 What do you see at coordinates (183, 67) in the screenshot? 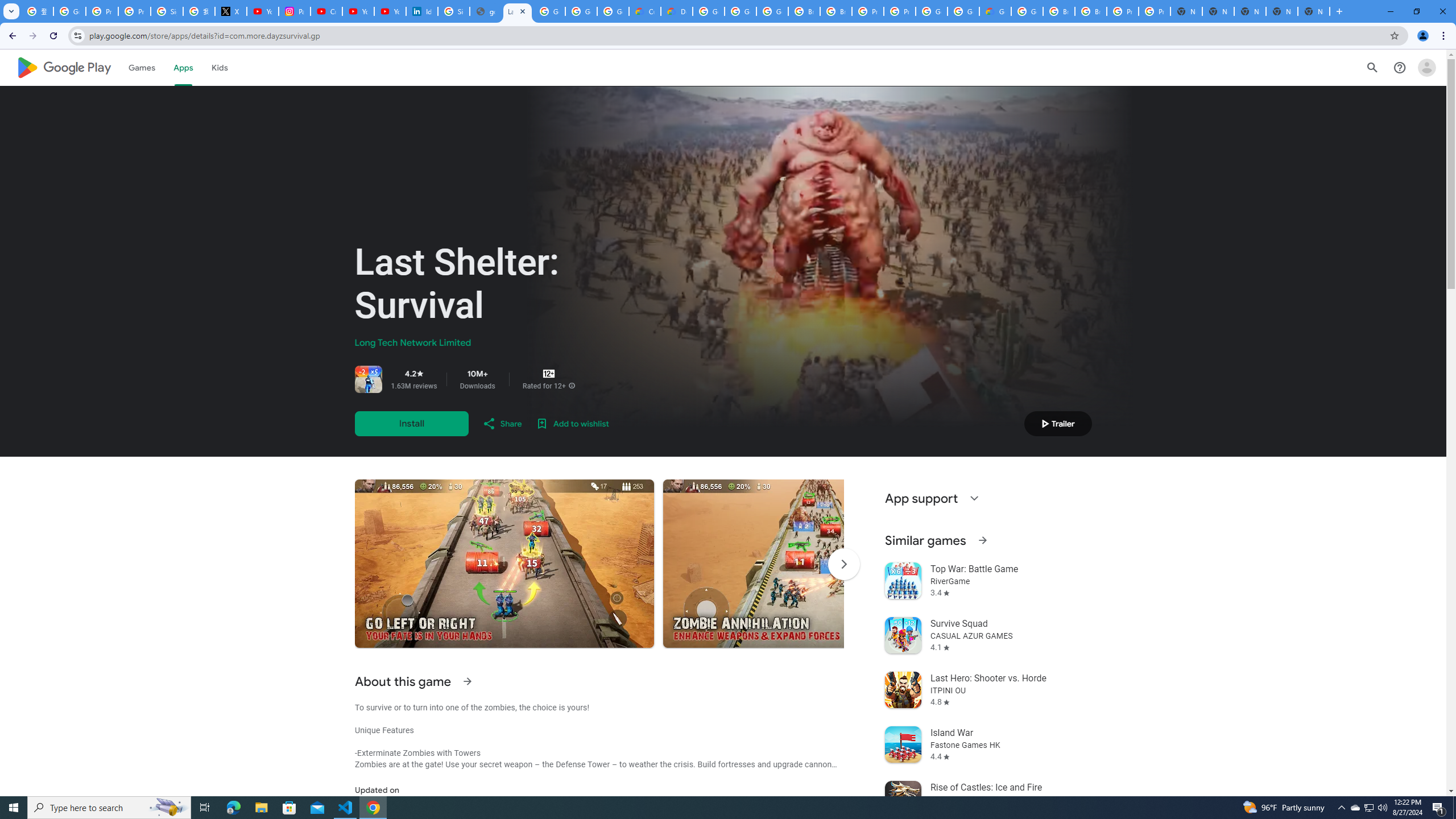
I see `'Apps'` at bounding box center [183, 67].